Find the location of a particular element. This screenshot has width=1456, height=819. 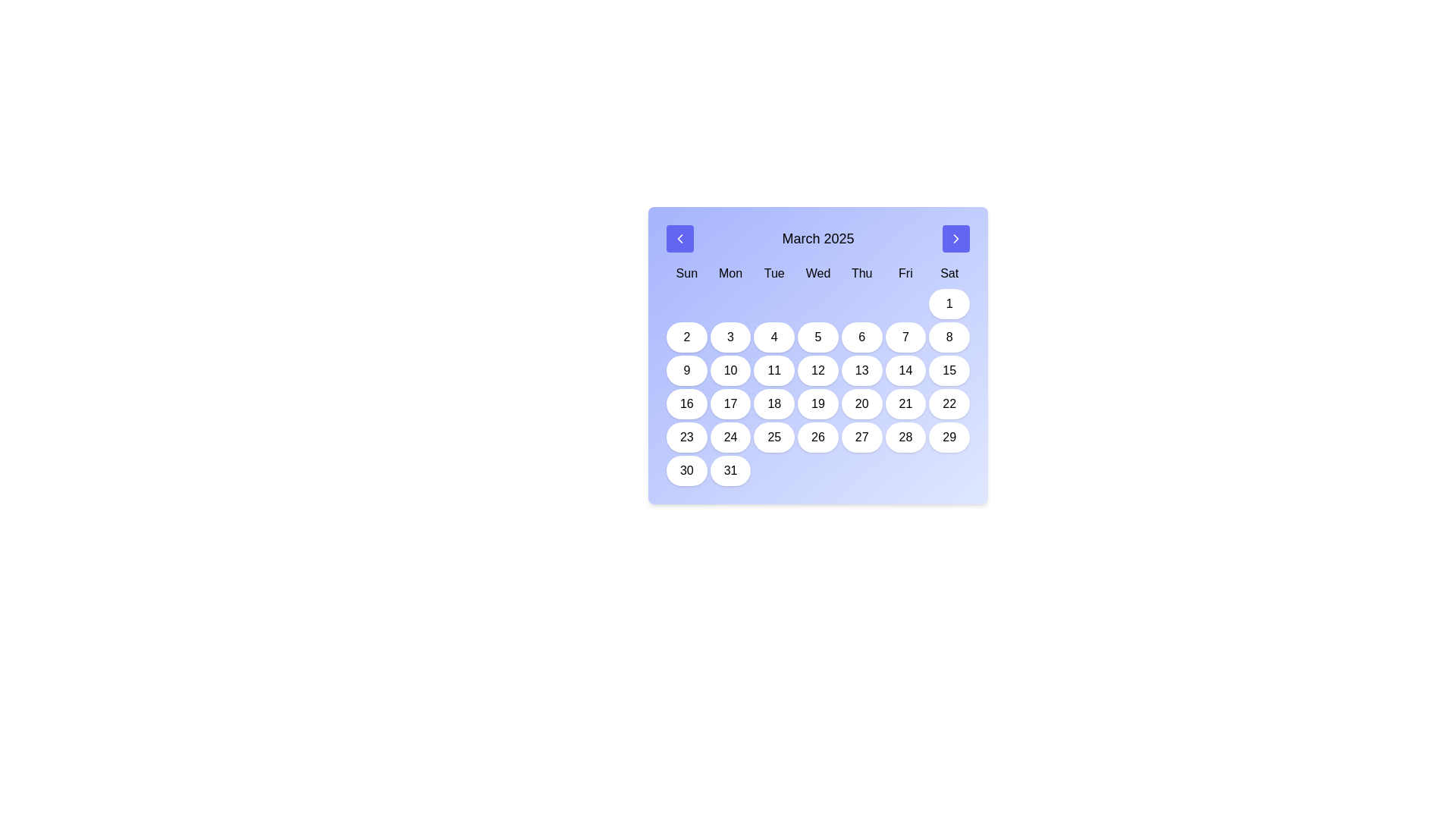

the grid layout element that represents the days of the month in the calendar interface to interact with a specific part of this grid is located at coordinates (817, 386).